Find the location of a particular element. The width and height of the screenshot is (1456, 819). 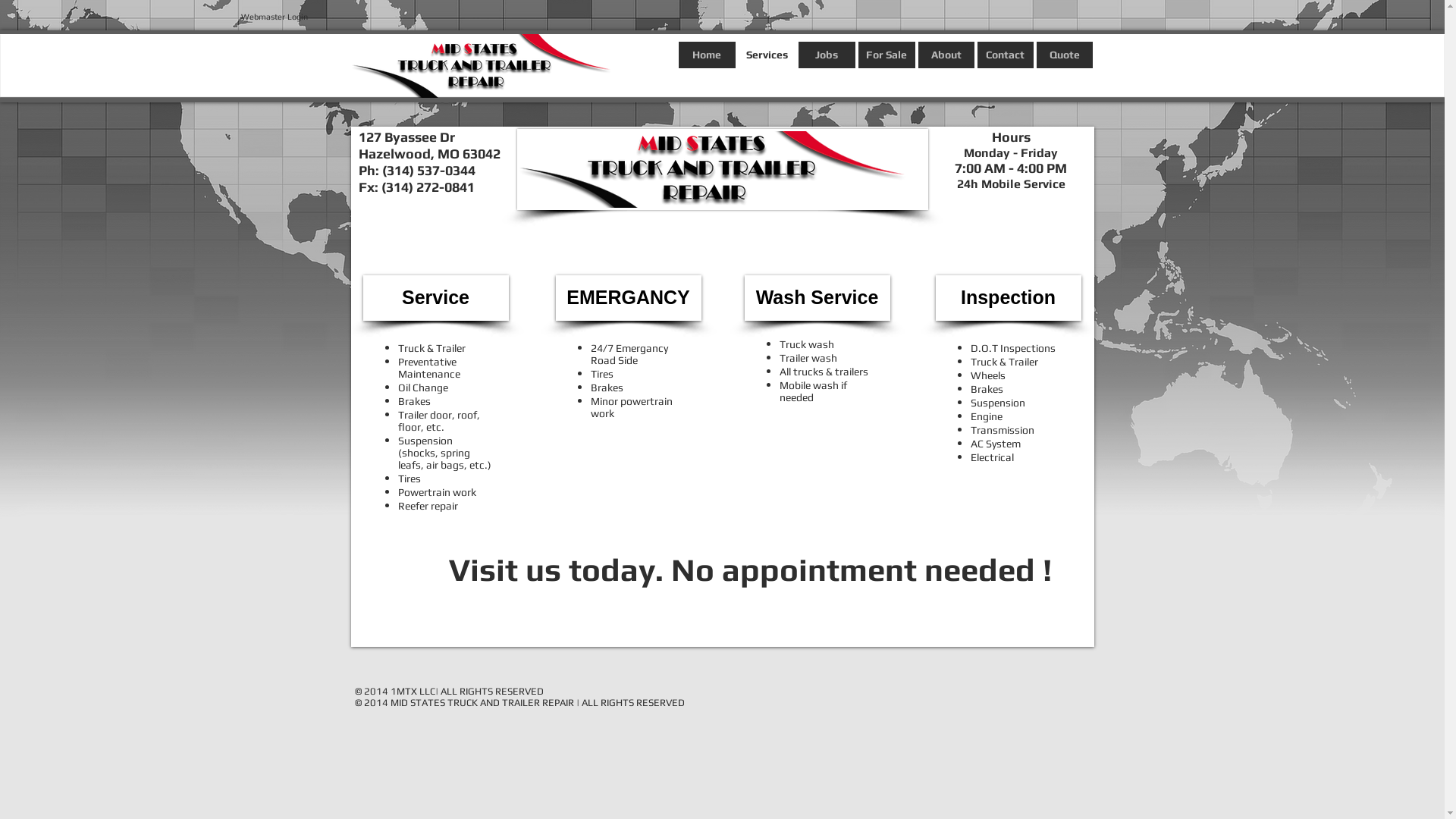

'Webmaster Login' is located at coordinates (275, 17).